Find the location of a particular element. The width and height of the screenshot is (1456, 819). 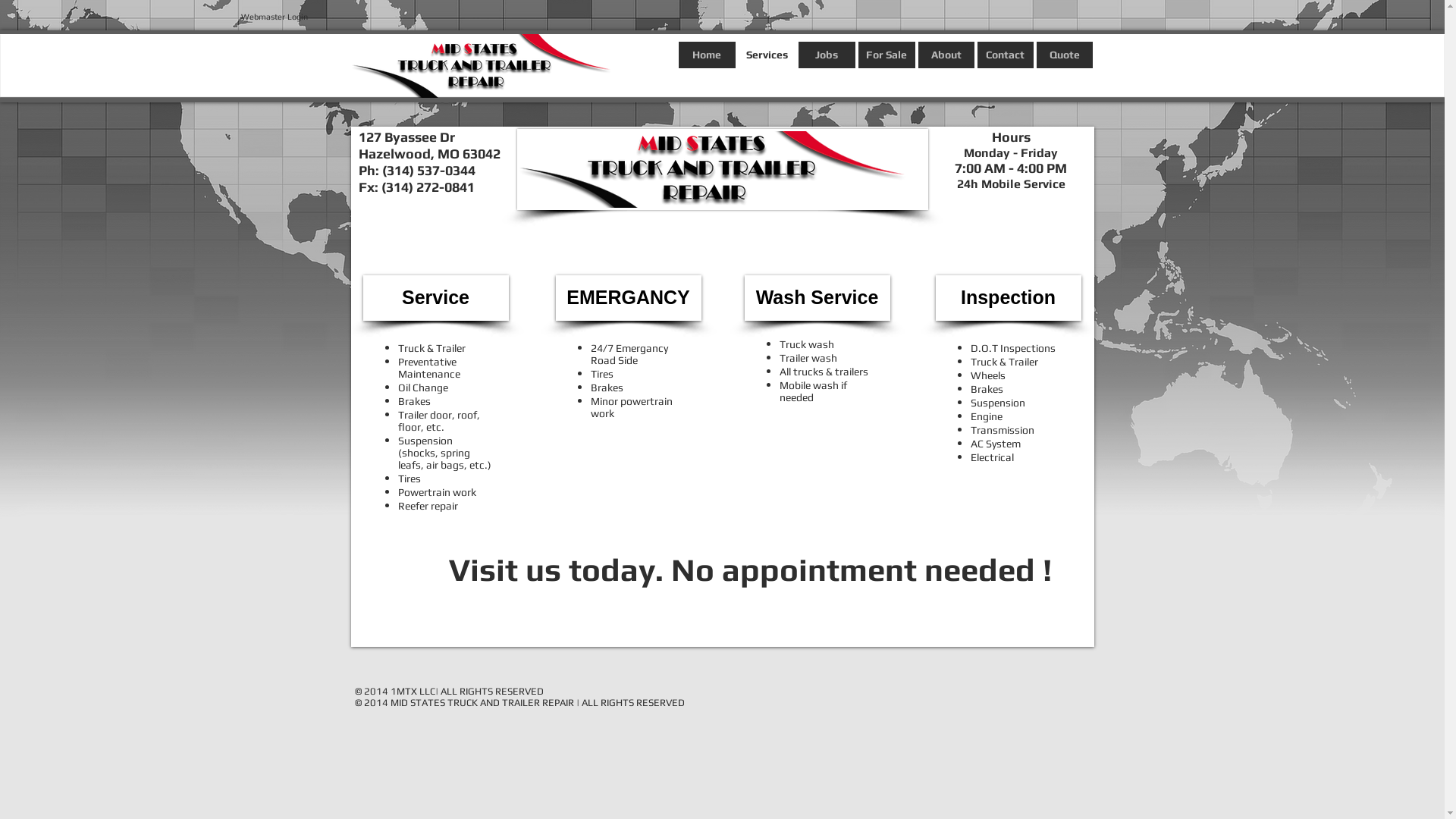

'Webmaster Login' is located at coordinates (275, 17).